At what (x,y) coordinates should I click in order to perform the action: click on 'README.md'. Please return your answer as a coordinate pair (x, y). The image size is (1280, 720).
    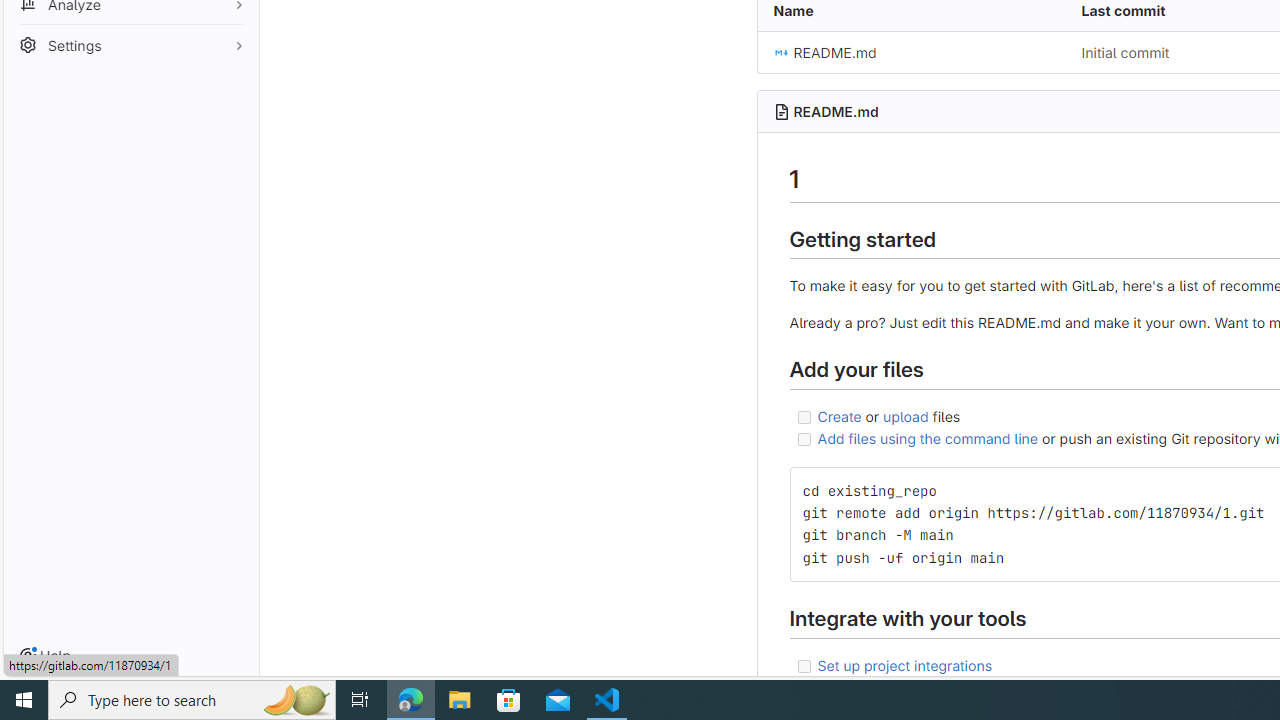
    Looking at the image, I should click on (910, 51).